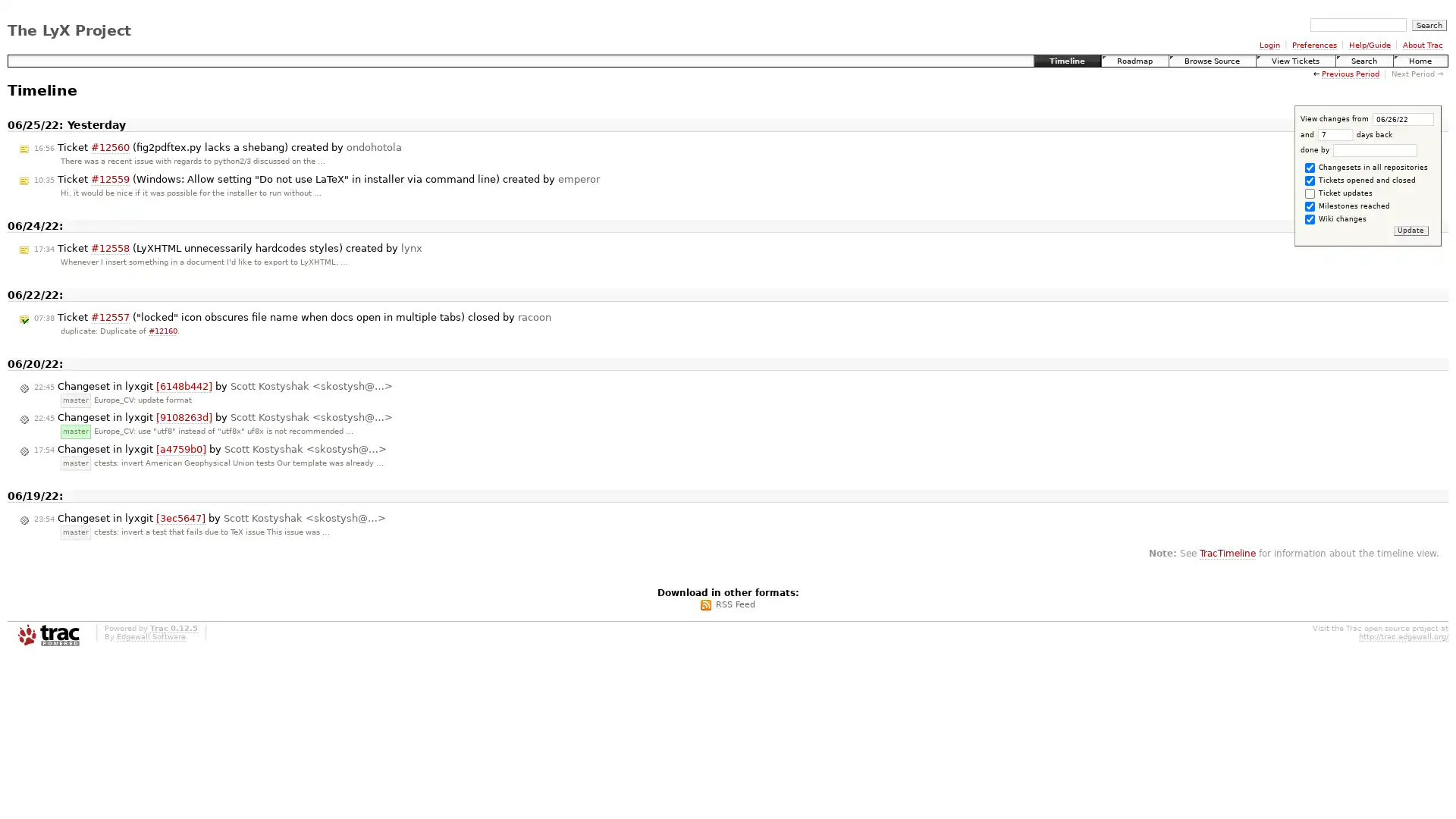 The width and height of the screenshot is (1456, 819). Describe the element at coordinates (1429, 24) in the screenshot. I see `Search` at that location.